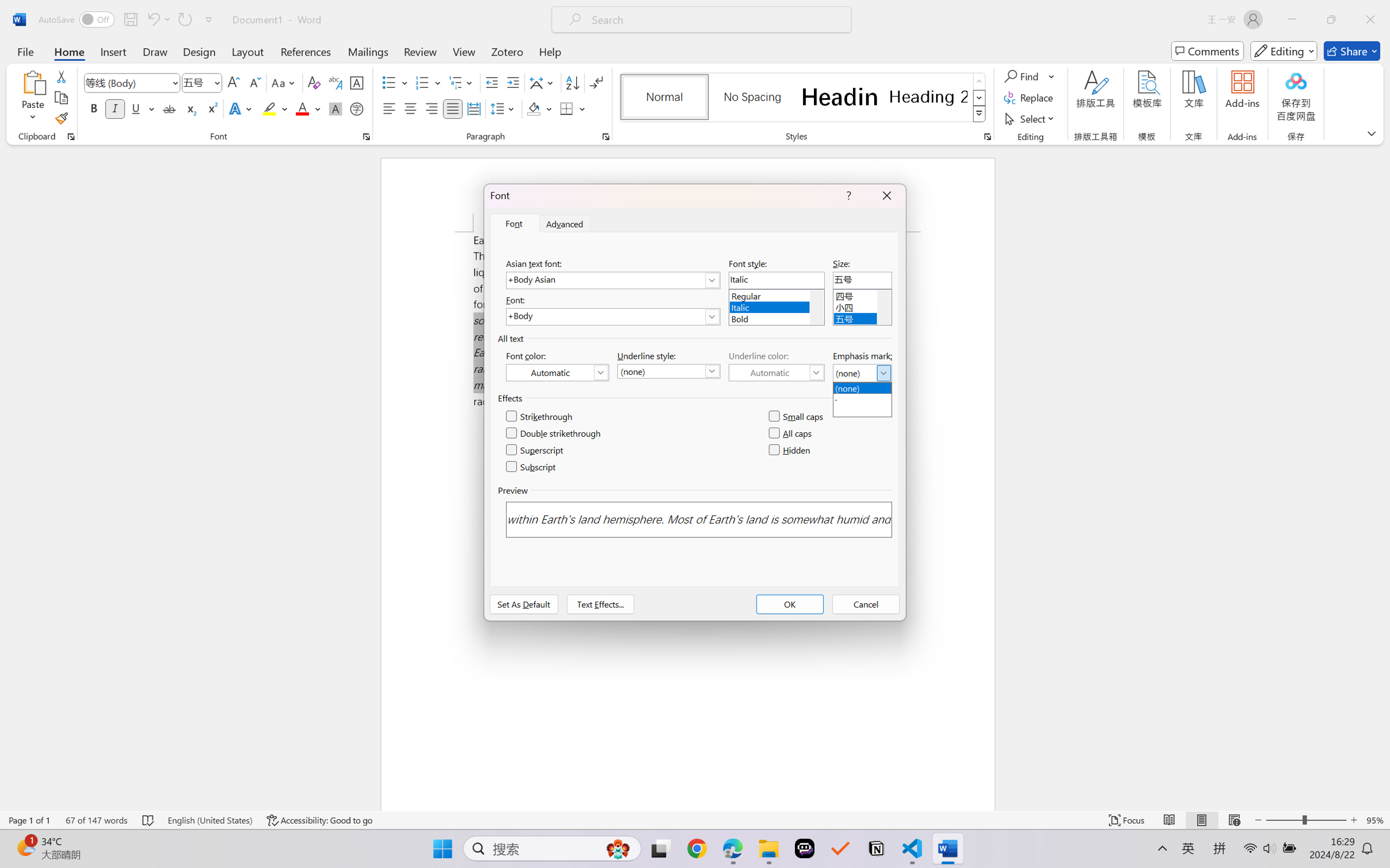 The width and height of the screenshot is (1390, 868). What do you see at coordinates (334, 108) in the screenshot?
I see `'Character Shading'` at bounding box center [334, 108].